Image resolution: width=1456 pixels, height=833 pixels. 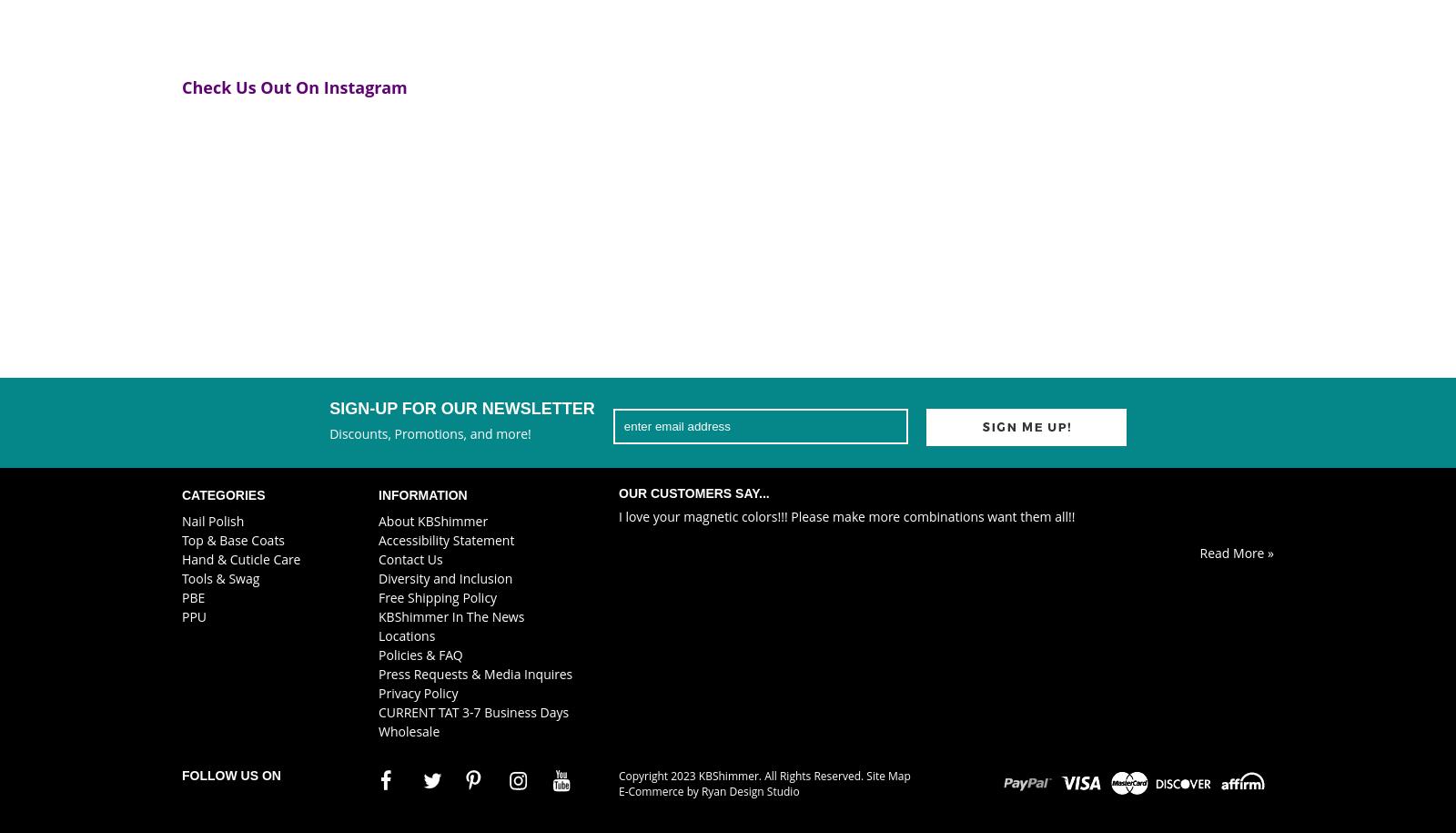 What do you see at coordinates (432, 519) in the screenshot?
I see `'About KBShimmer'` at bounding box center [432, 519].